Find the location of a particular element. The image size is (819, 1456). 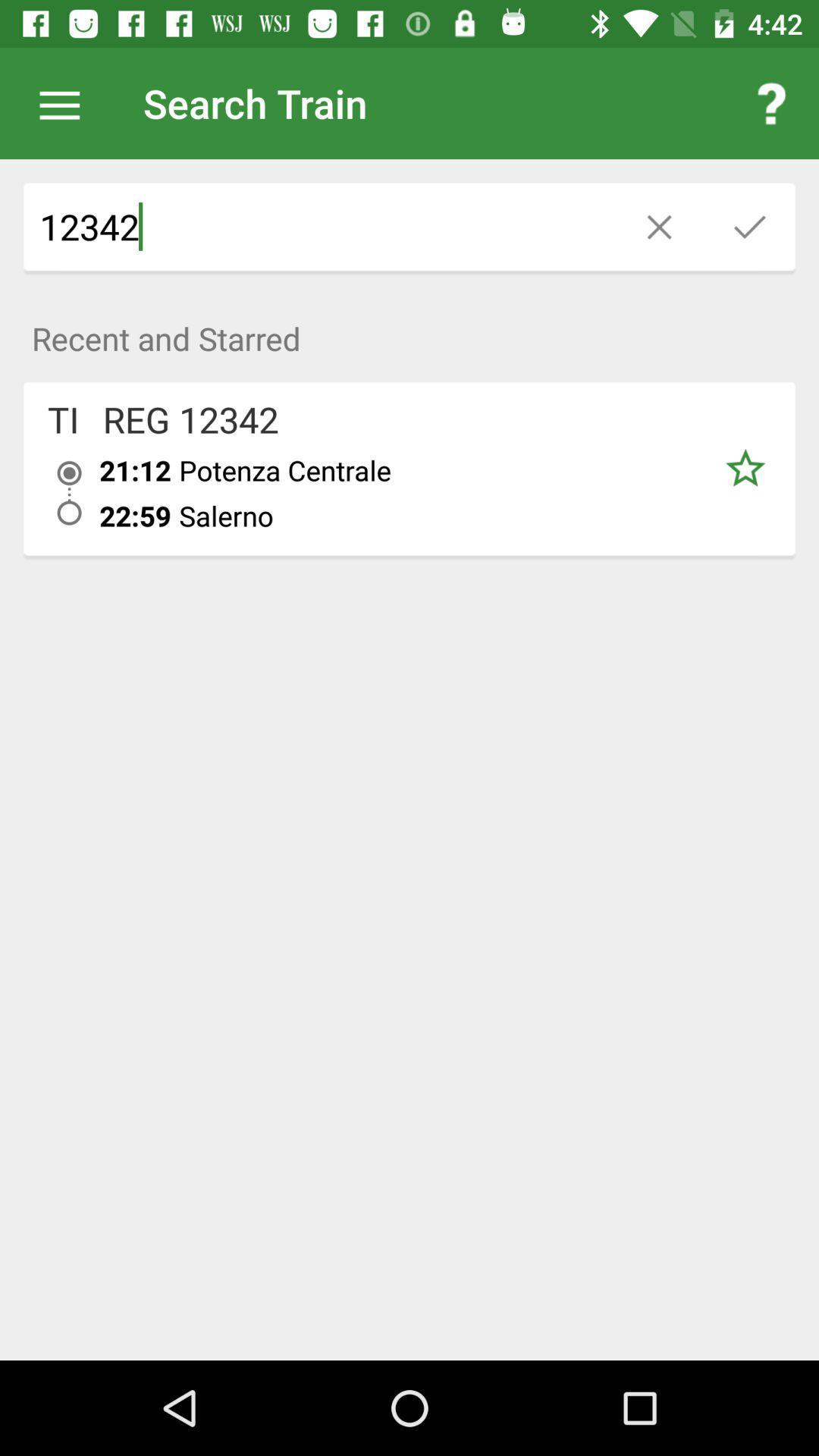

item to the left of the 21:12 item is located at coordinates (62, 419).